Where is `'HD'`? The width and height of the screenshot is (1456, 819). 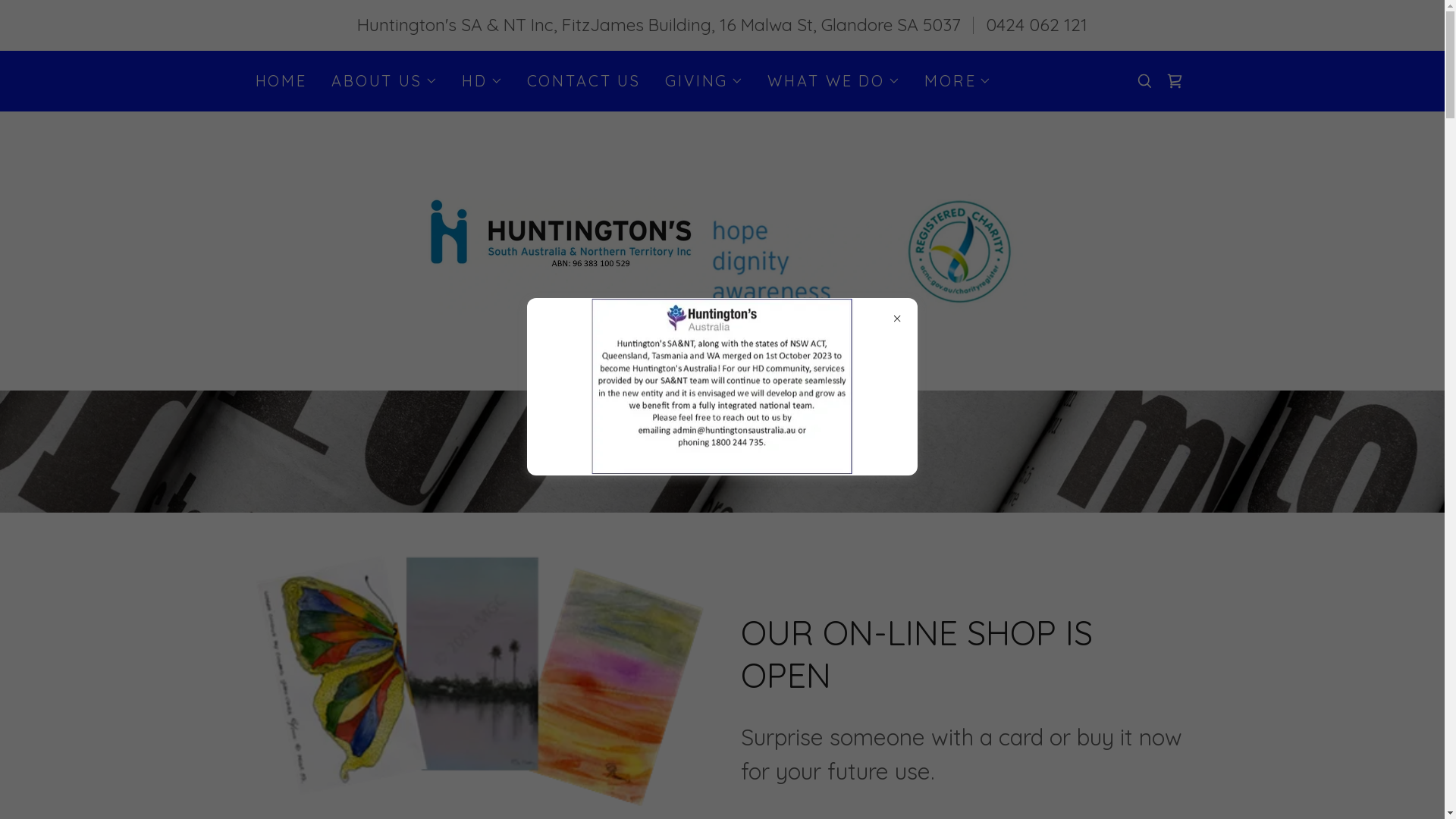
'HD' is located at coordinates (461, 80).